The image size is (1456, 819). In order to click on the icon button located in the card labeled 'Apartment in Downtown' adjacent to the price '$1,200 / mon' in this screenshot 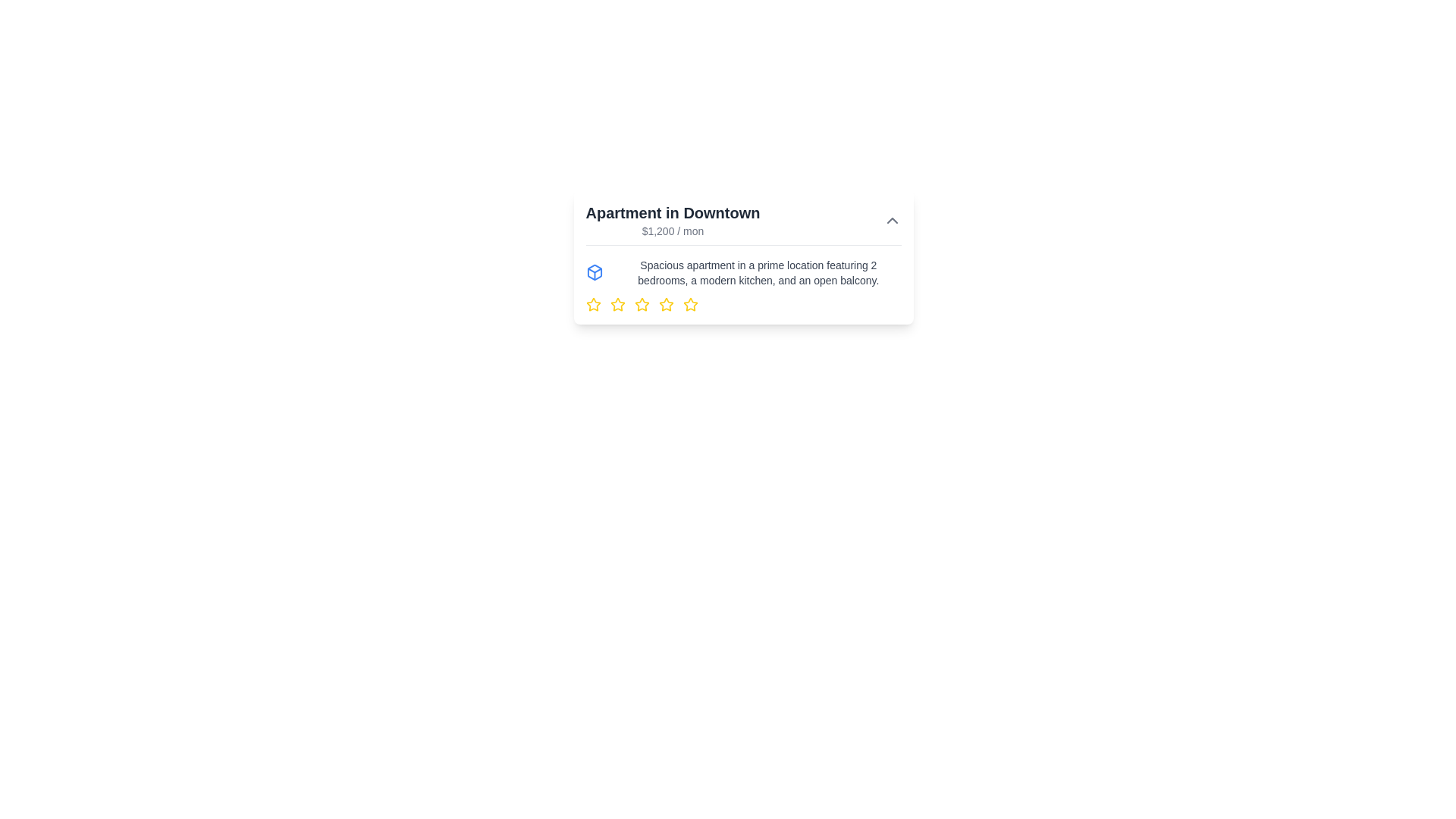, I will do `click(892, 220)`.